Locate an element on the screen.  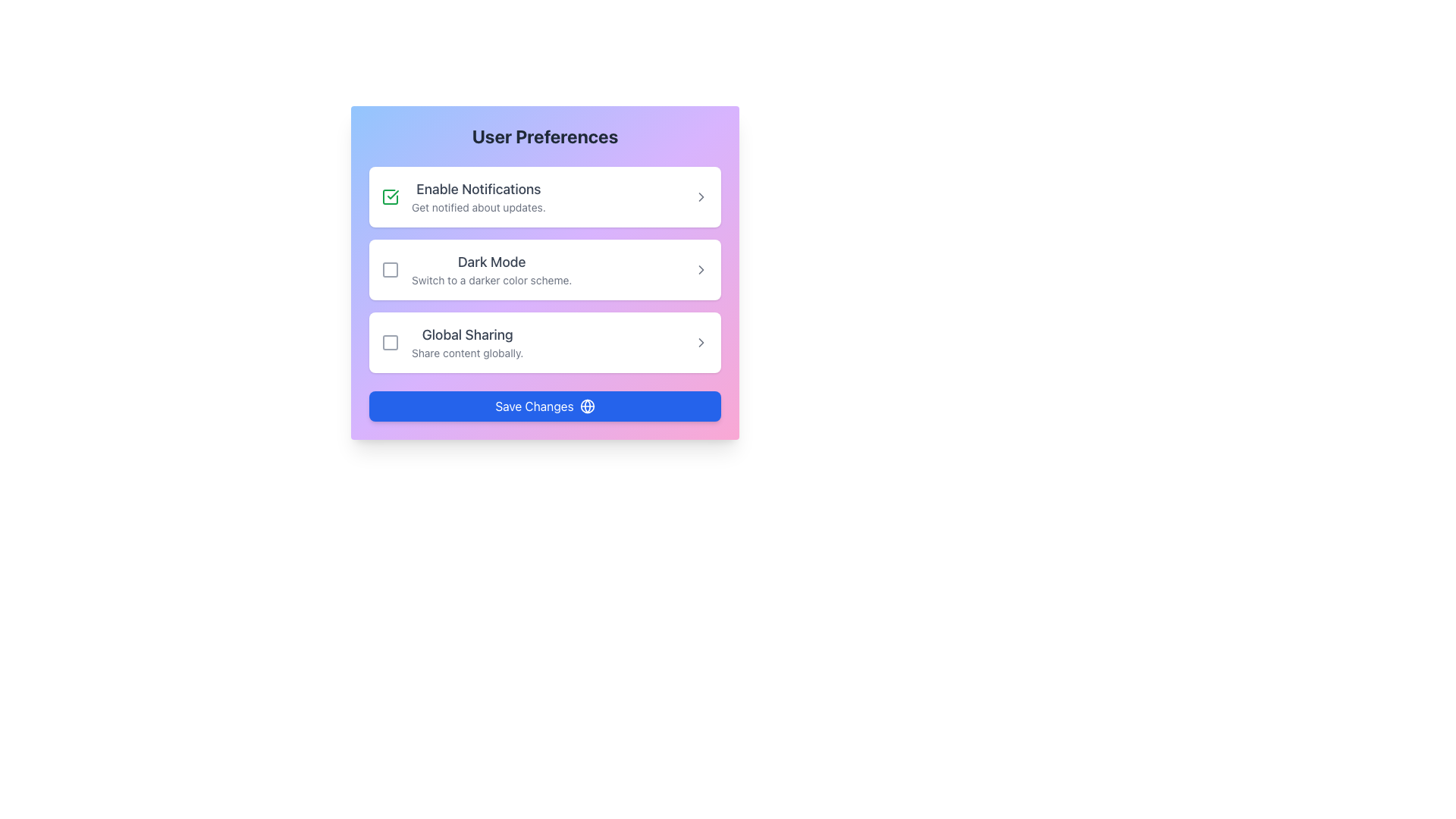
the small chevron icon located in the rightmost section of the card labeled 'Global Sharing' in the User Preferences interface is located at coordinates (701, 342).